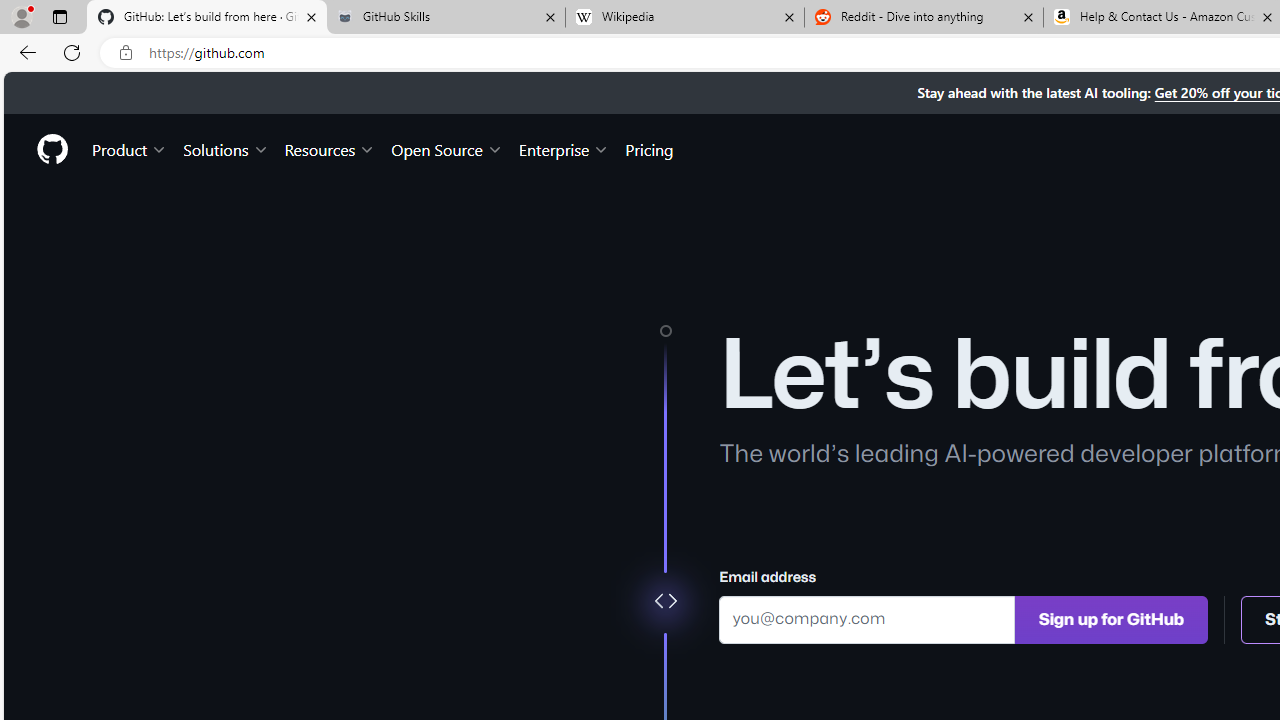 The width and height of the screenshot is (1280, 720). Describe the element at coordinates (24, 51) in the screenshot. I see `'Back'` at that location.